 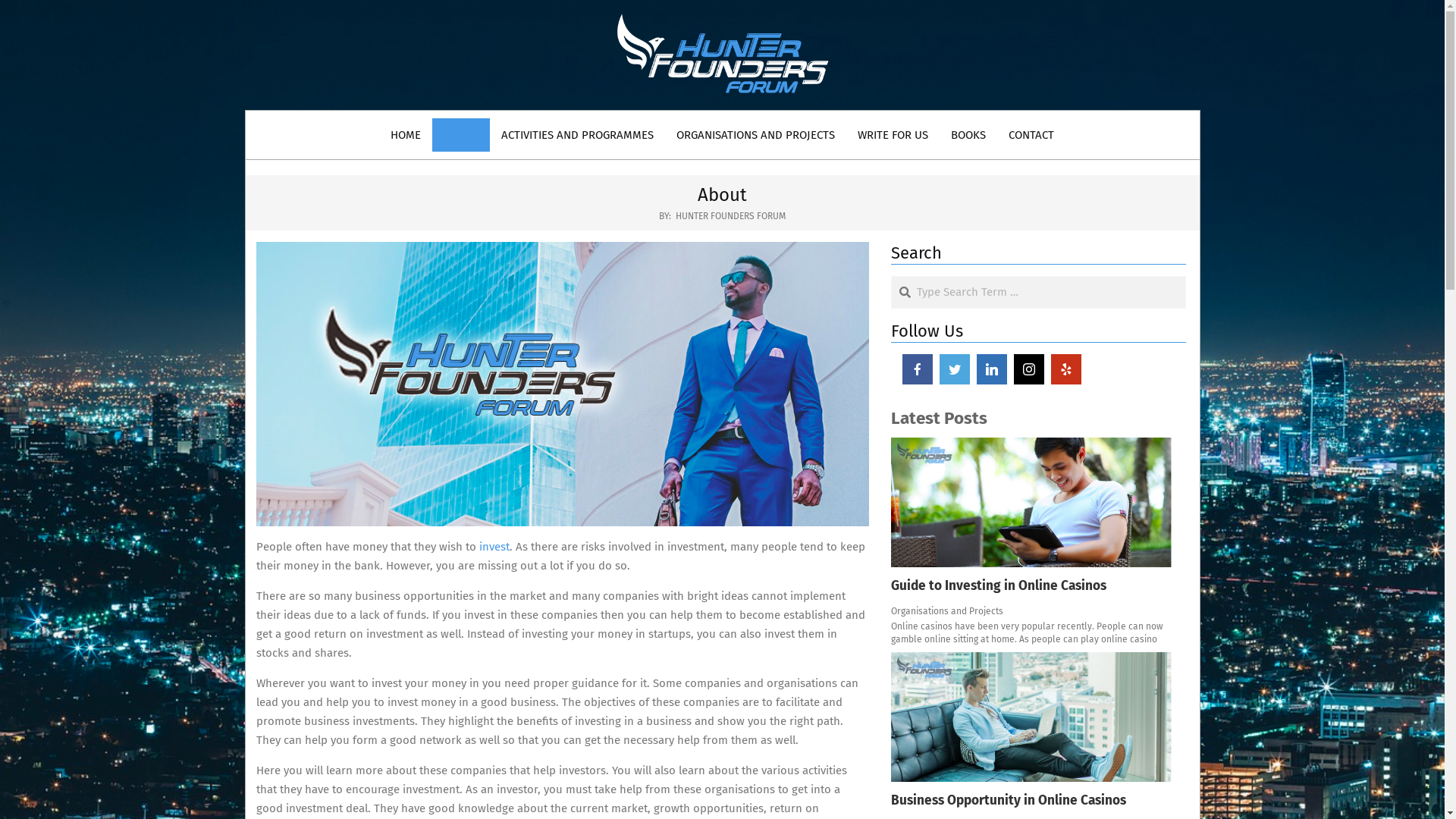 What do you see at coordinates (1065, 369) in the screenshot?
I see `'yelp'` at bounding box center [1065, 369].